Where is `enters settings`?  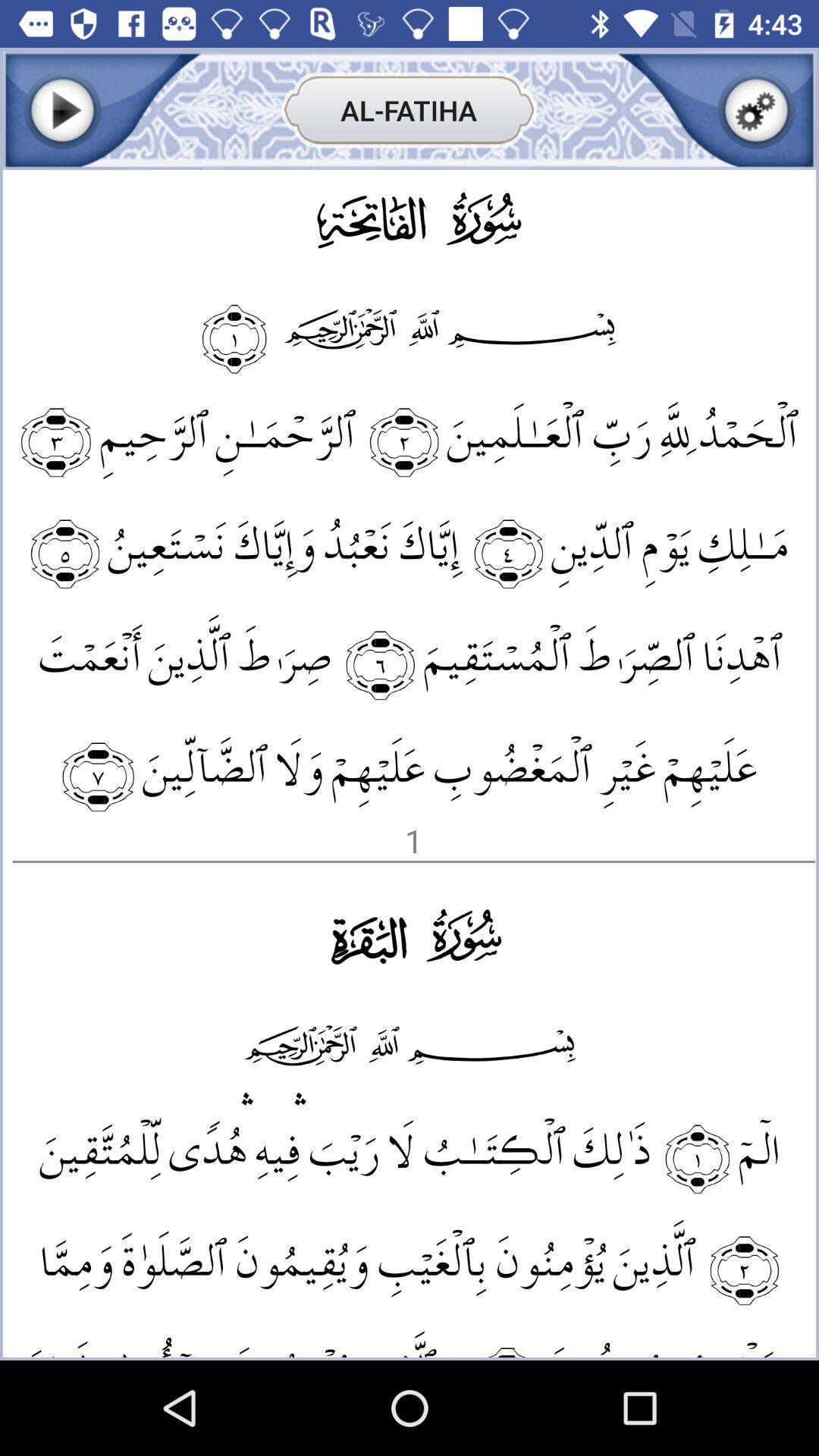
enters settings is located at coordinates (756, 109).